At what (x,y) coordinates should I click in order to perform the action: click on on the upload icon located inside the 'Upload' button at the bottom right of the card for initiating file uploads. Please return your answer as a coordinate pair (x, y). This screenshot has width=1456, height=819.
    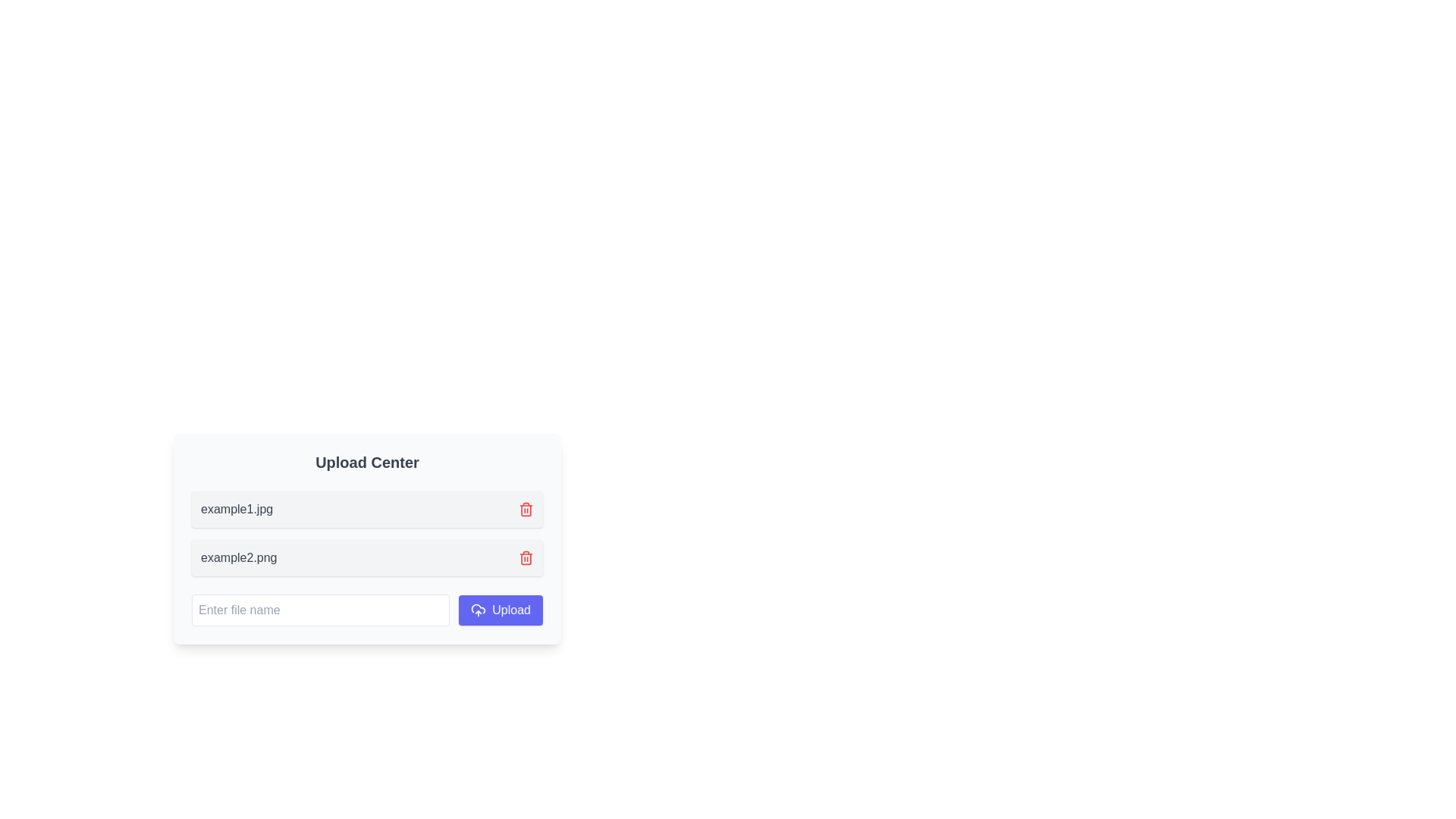
    Looking at the image, I should click on (478, 610).